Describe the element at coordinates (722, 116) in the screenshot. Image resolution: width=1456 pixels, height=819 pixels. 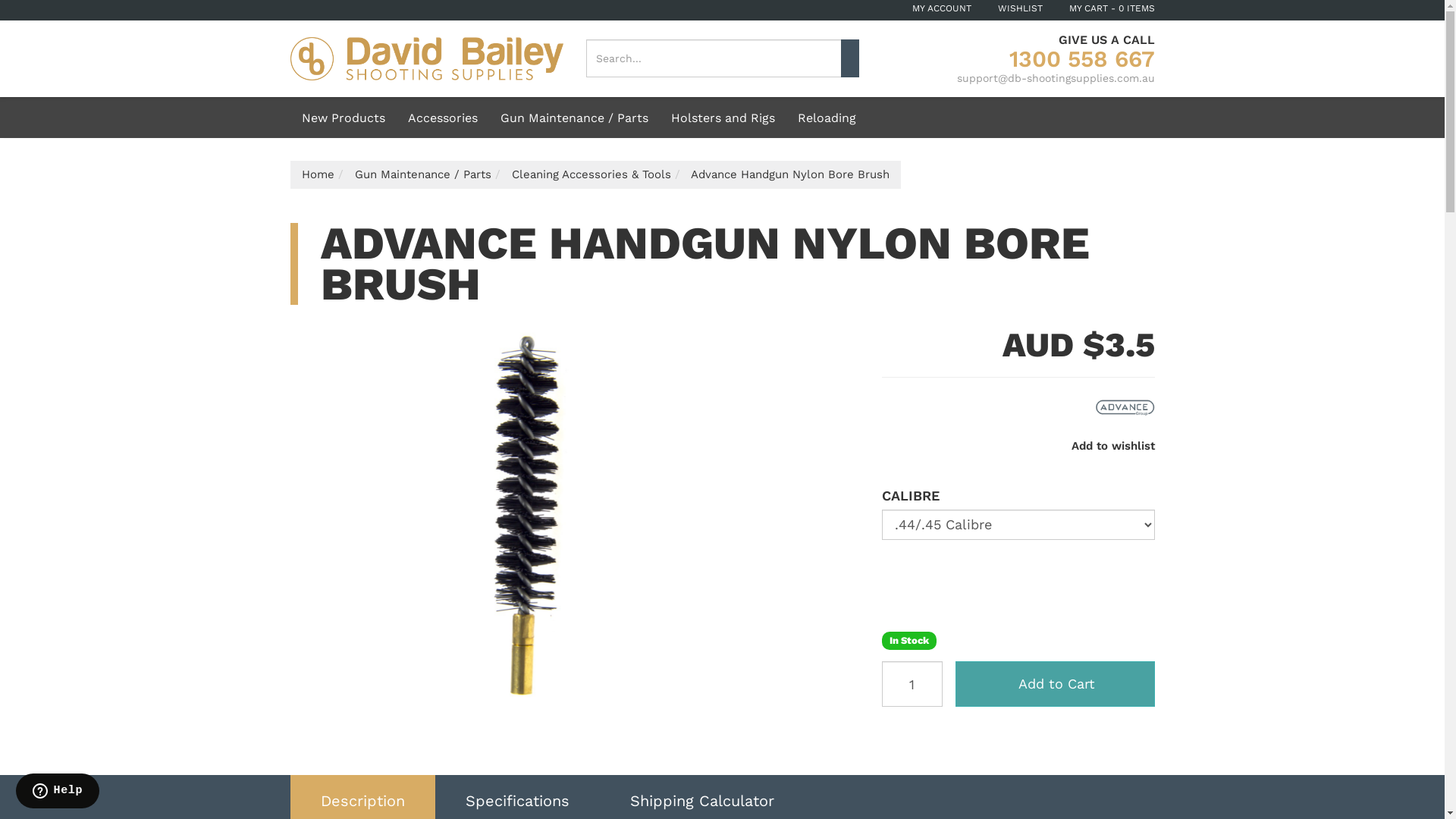
I see `'Holsters and Rigs'` at that location.